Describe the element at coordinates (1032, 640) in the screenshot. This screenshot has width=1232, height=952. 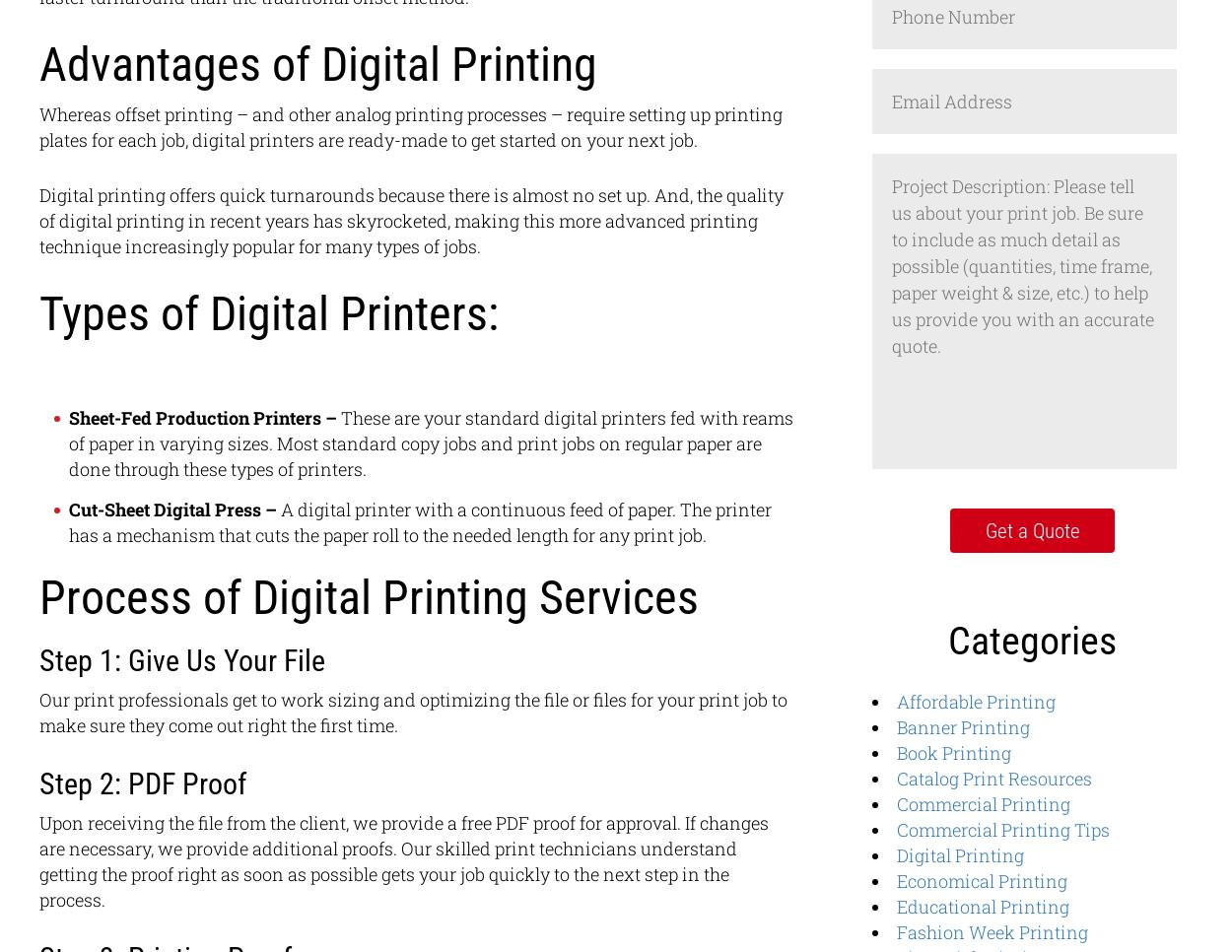
I see `'Categories'` at that location.